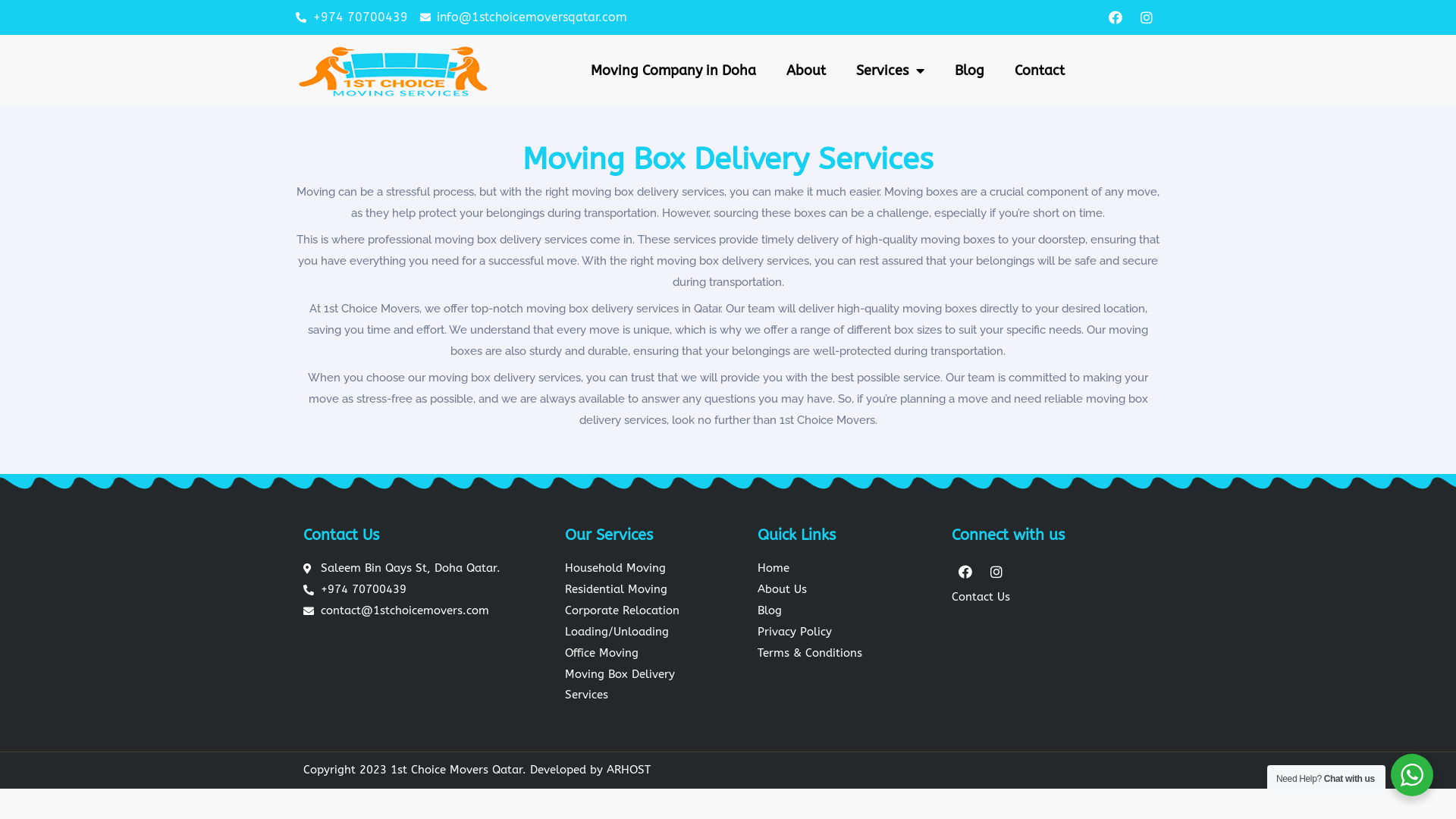 The image size is (1456, 819). What do you see at coordinates (839, 70) in the screenshot?
I see `'Services'` at bounding box center [839, 70].